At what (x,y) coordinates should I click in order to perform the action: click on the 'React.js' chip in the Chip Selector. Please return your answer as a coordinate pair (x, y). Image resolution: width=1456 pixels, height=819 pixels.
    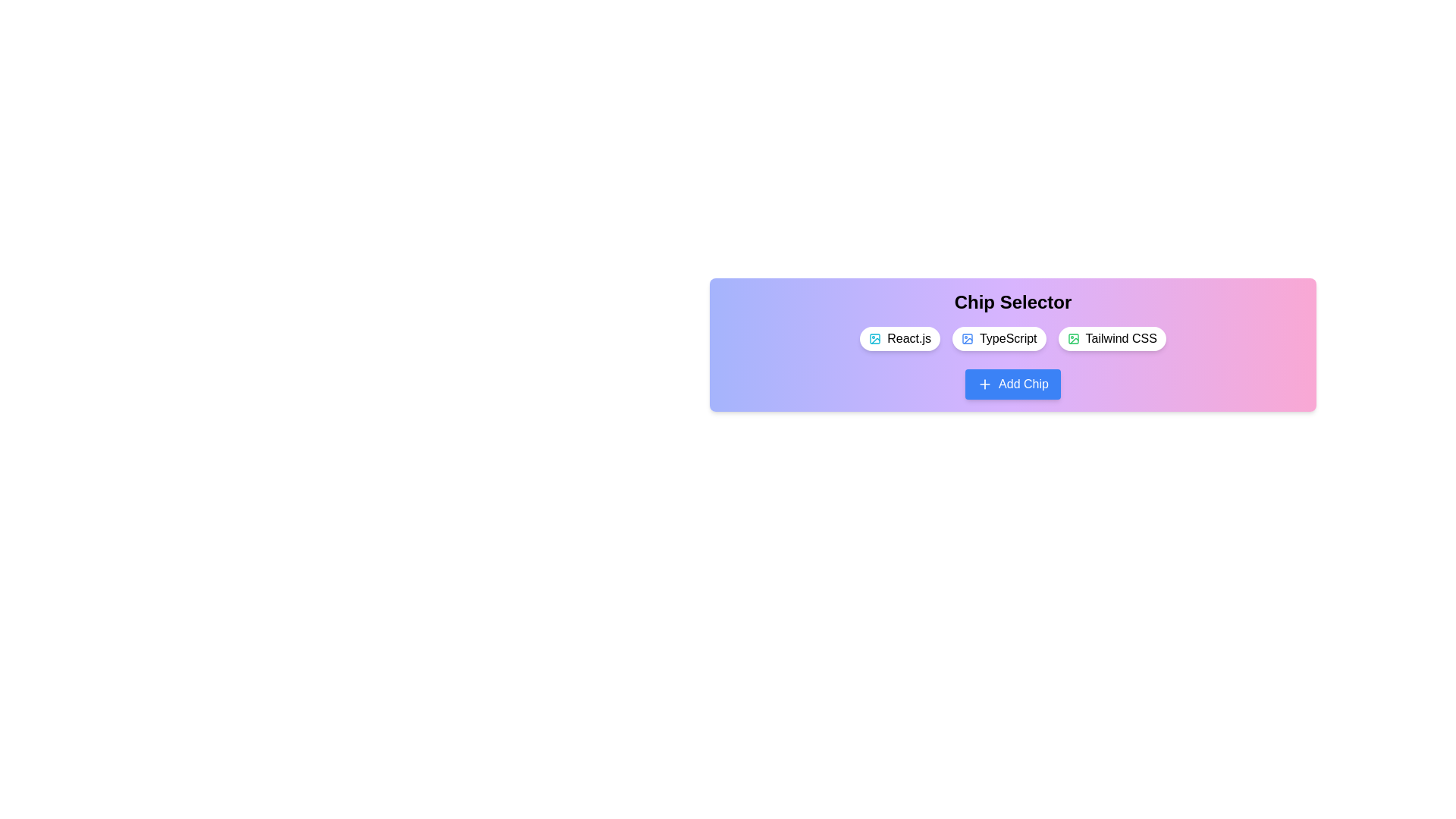
    Looking at the image, I should click on (900, 338).